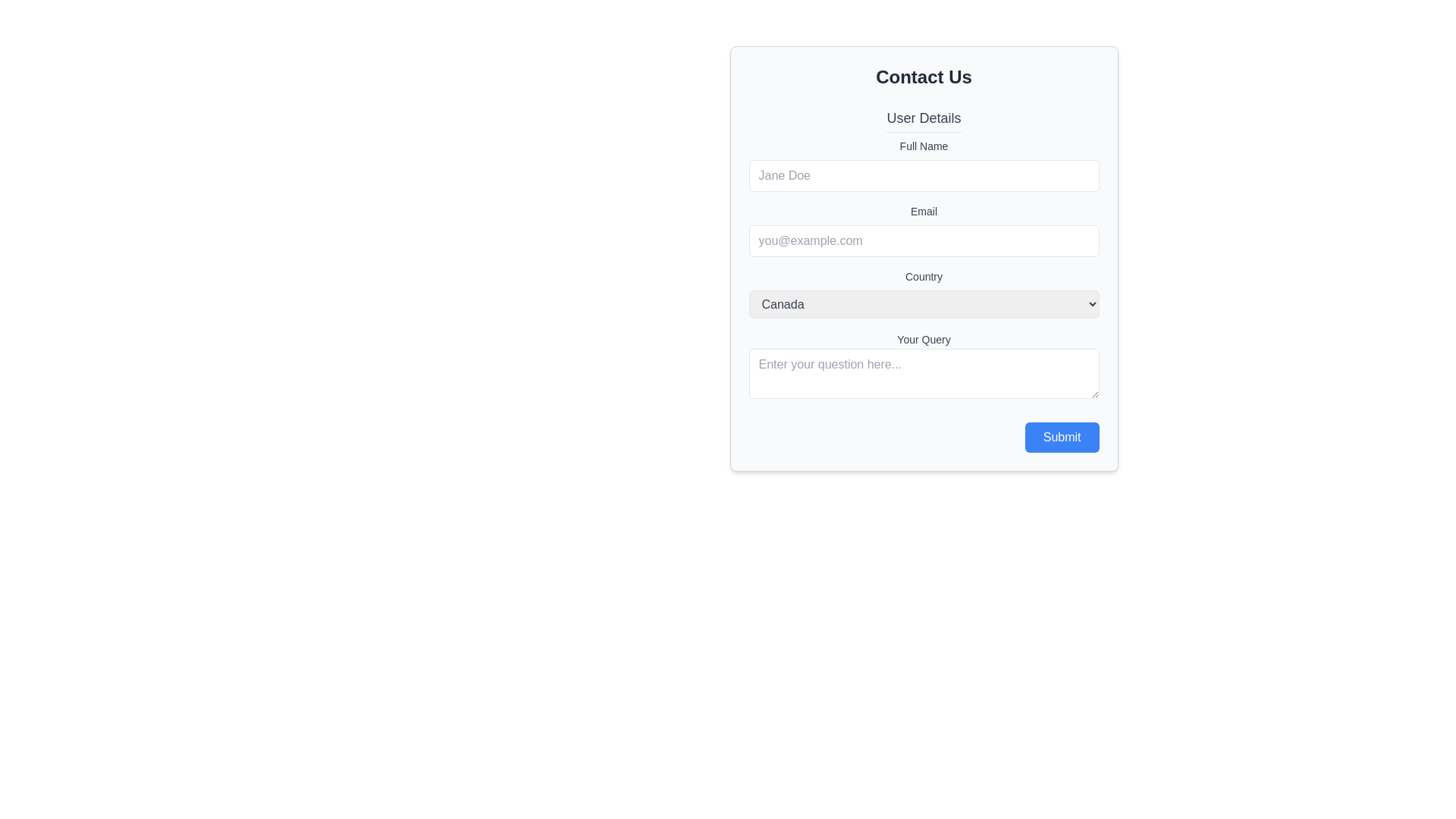  I want to click on the submit button located at the bottom of the form, so click(1061, 438).